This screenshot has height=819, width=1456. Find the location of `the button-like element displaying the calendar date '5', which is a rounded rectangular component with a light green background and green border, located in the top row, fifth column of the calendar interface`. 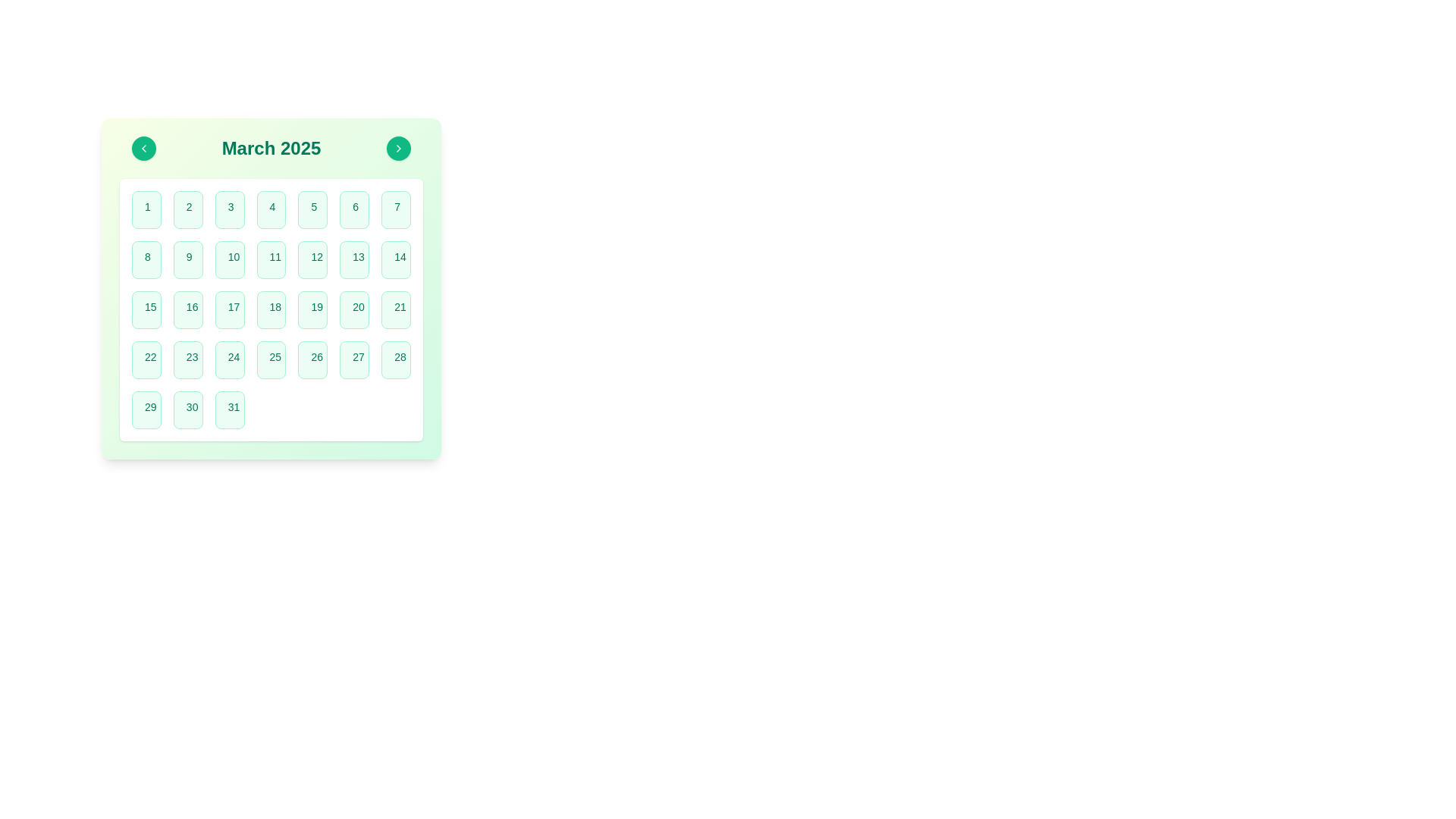

the button-like element displaying the calendar date '5', which is a rounded rectangular component with a light green background and green border, located in the top row, fifth column of the calendar interface is located at coordinates (312, 210).